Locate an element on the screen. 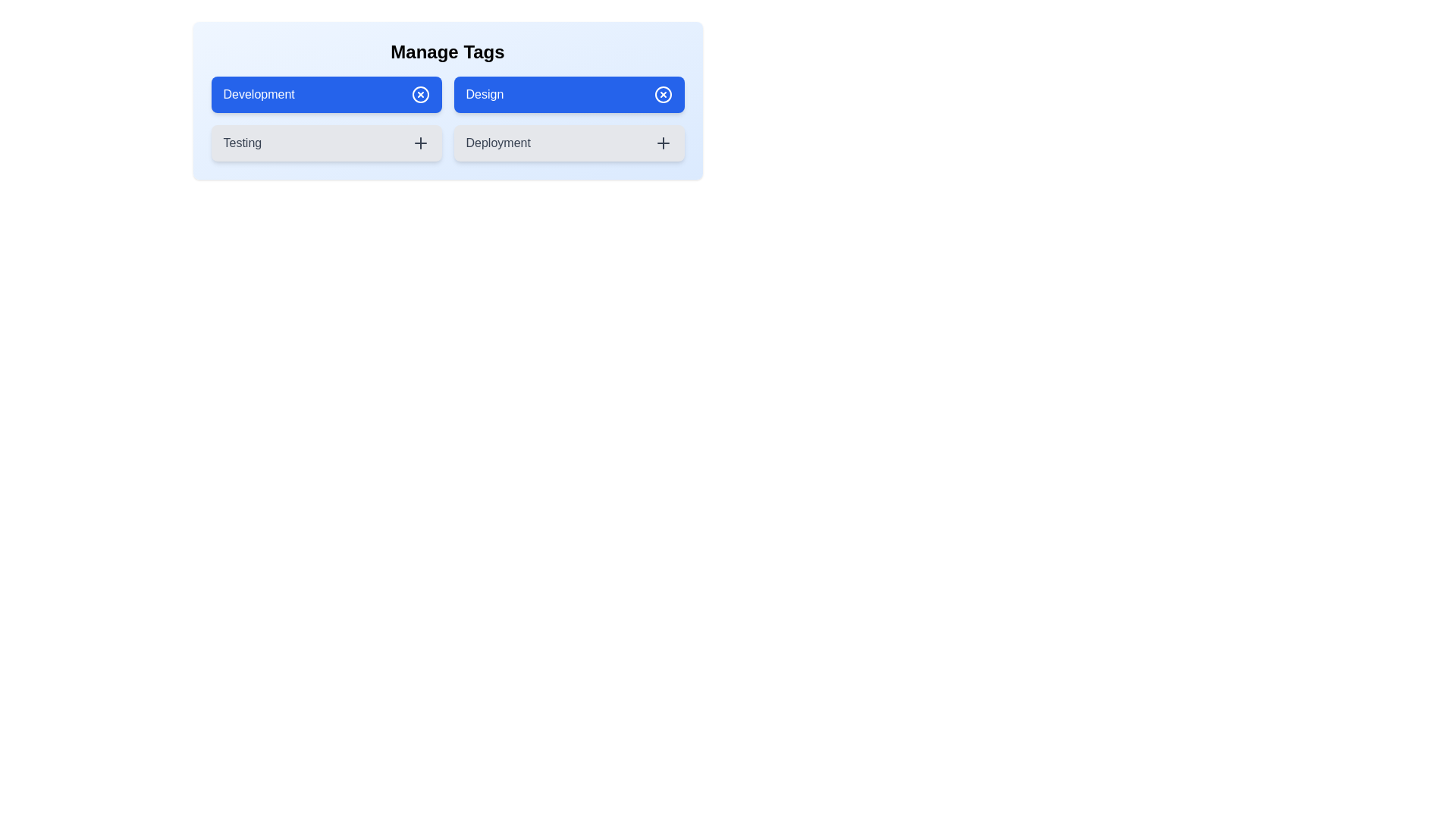  the tag labeled Design to toggle its state is located at coordinates (568, 94).